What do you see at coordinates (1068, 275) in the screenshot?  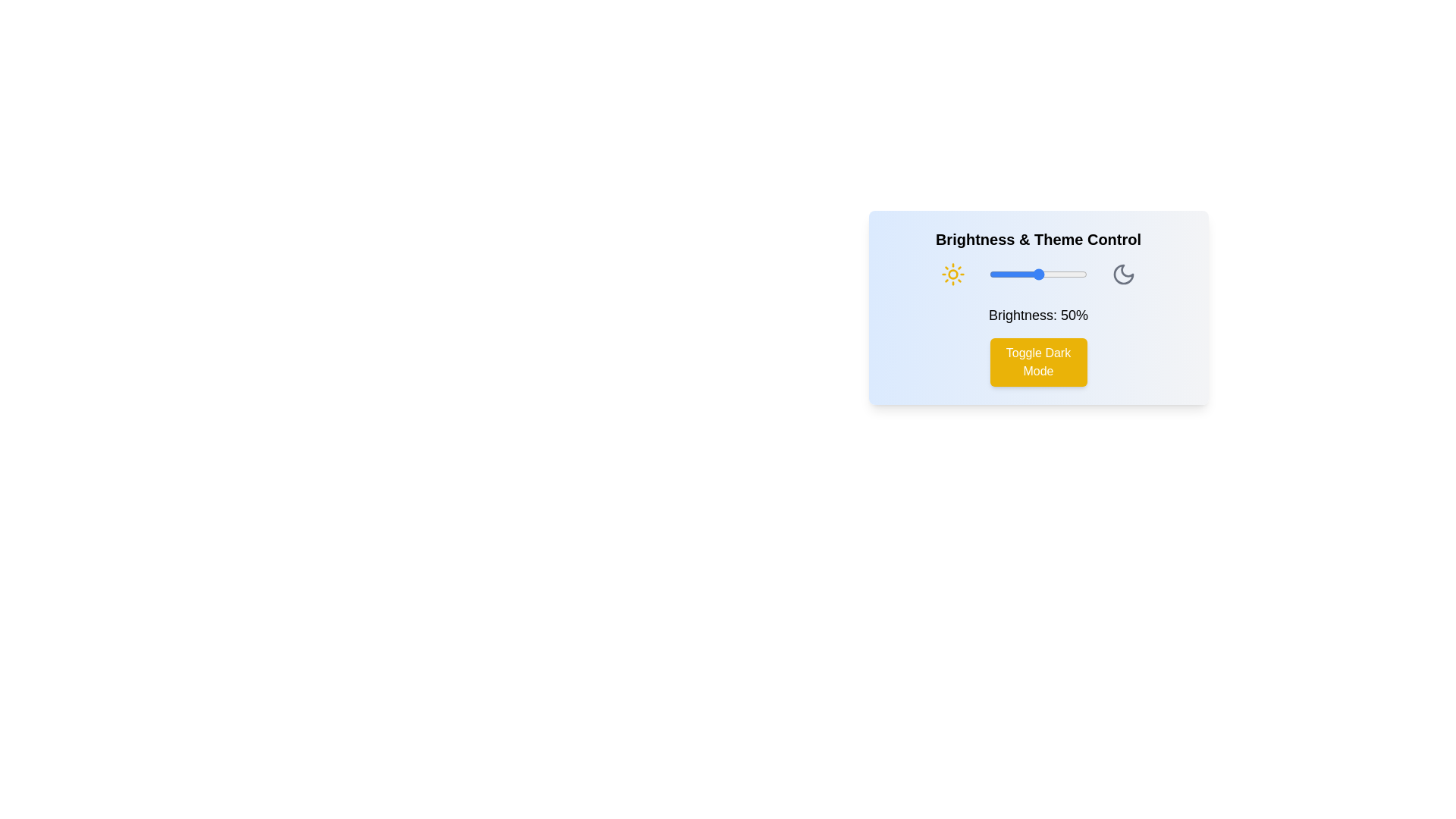 I see `the brightness level to 82% by dragging the slider` at bounding box center [1068, 275].